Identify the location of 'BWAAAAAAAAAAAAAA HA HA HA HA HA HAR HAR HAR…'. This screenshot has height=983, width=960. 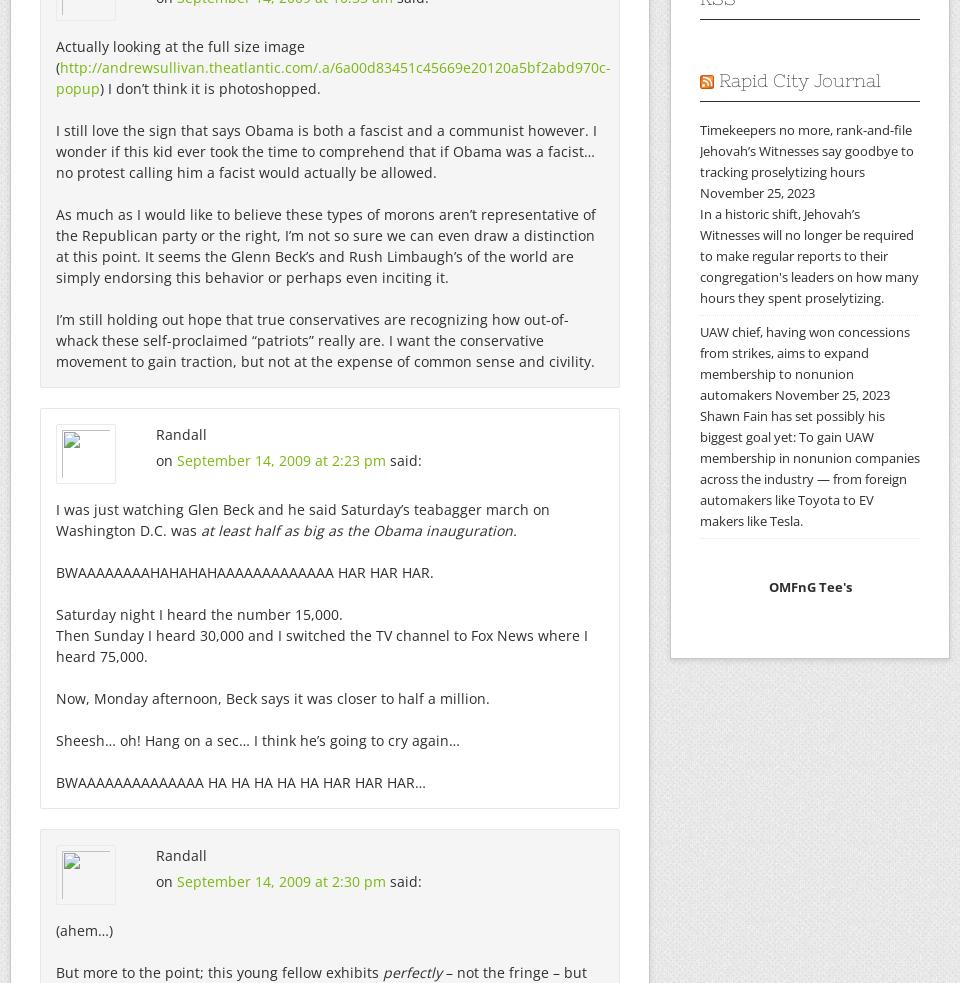
(240, 781).